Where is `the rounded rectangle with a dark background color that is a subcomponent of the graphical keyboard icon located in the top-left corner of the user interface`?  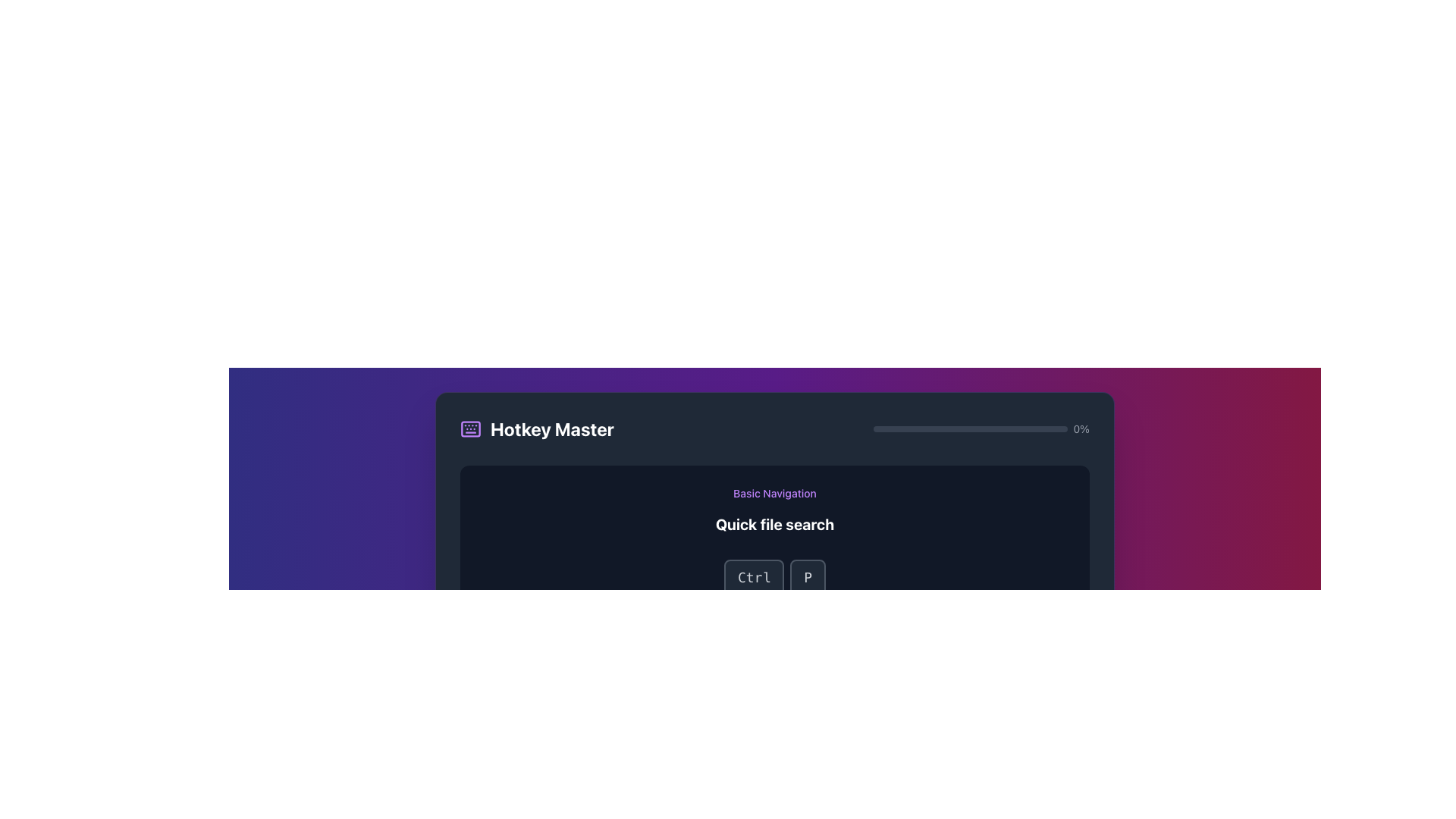
the rounded rectangle with a dark background color that is a subcomponent of the graphical keyboard icon located in the top-left corner of the user interface is located at coordinates (469, 429).